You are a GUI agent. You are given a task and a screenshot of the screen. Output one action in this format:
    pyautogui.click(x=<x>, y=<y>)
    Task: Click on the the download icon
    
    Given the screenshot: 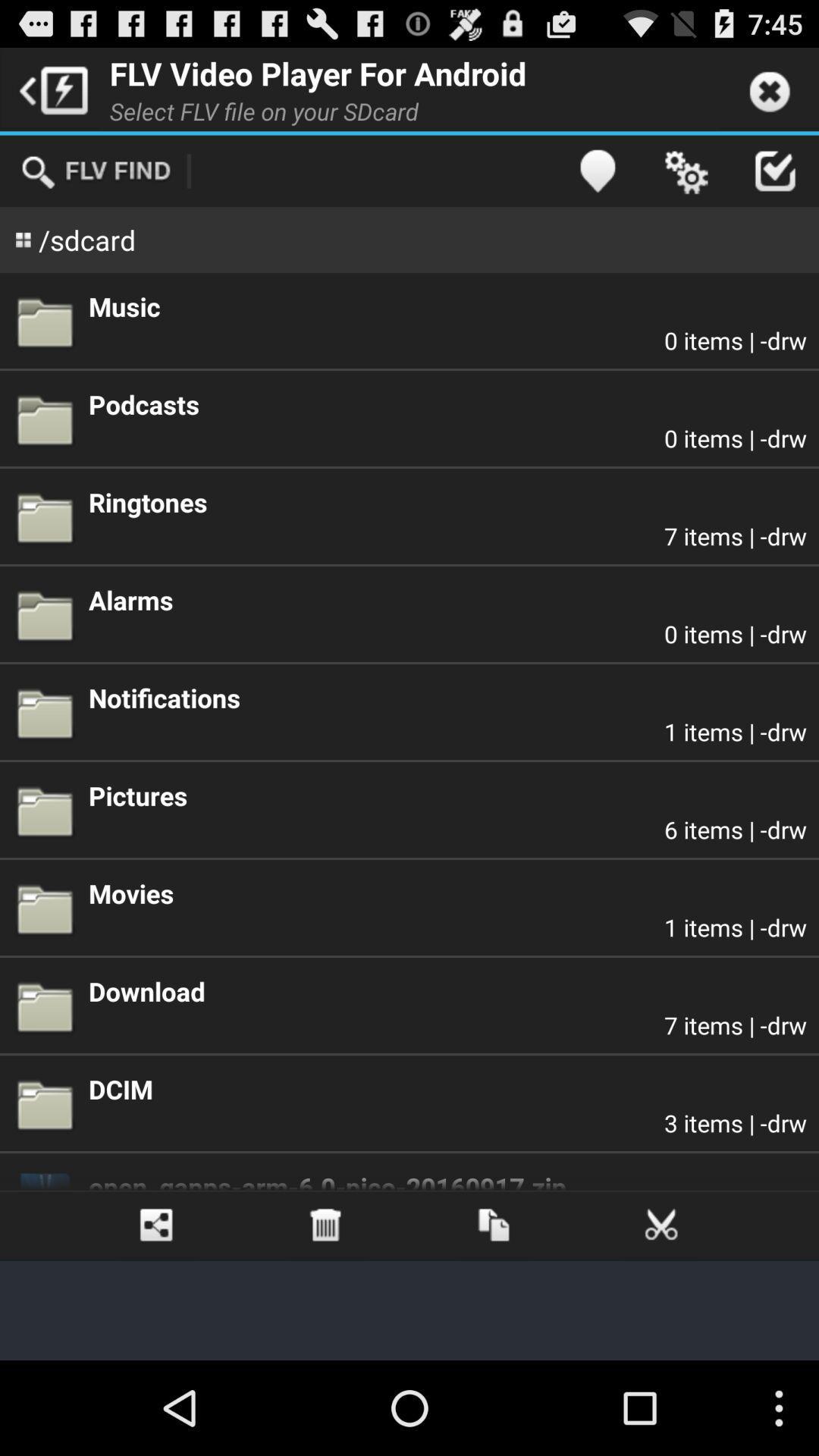 What is the action you would take?
    pyautogui.click(x=447, y=991)
    